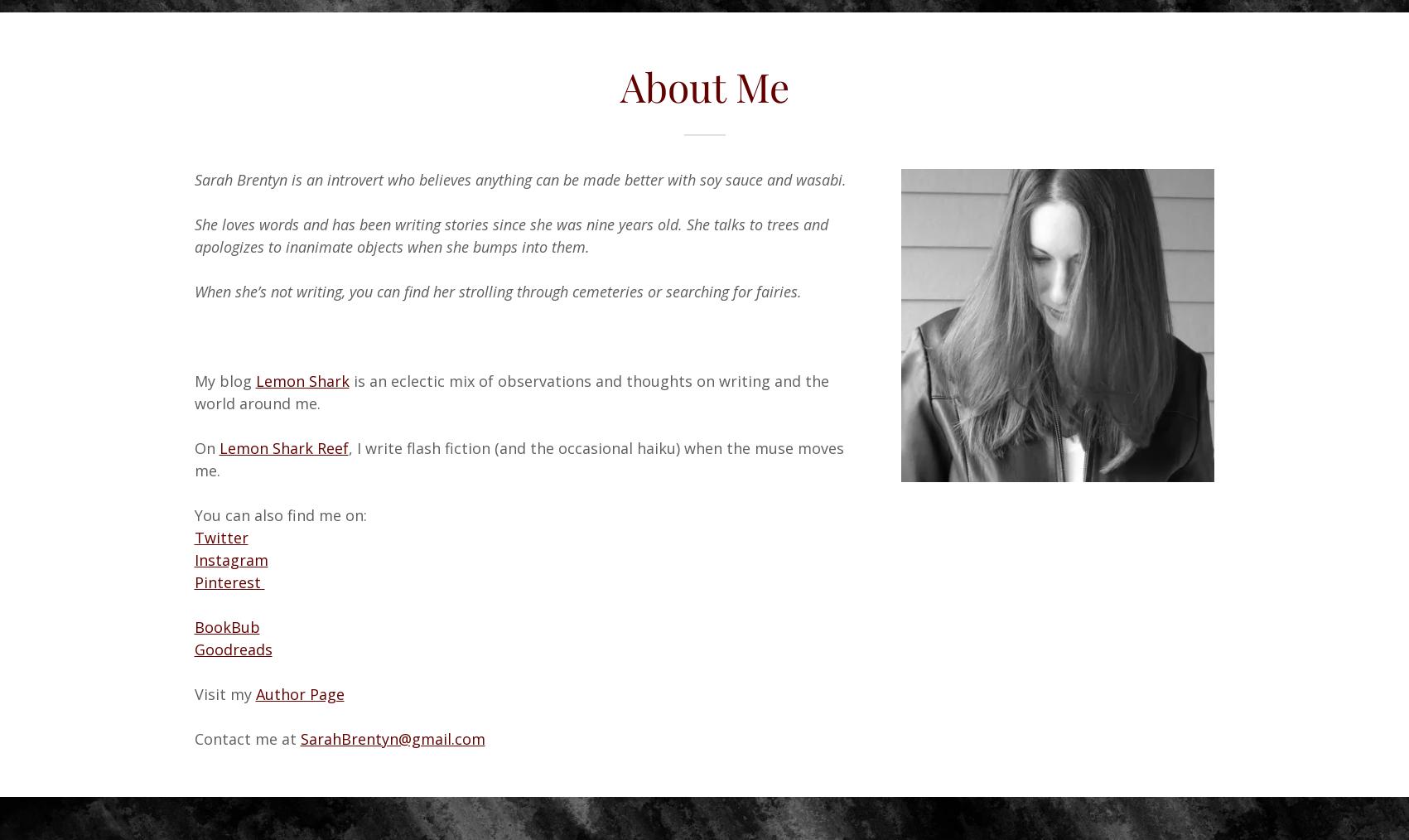  Describe the element at coordinates (193, 559) in the screenshot. I see `'Instagram'` at that location.